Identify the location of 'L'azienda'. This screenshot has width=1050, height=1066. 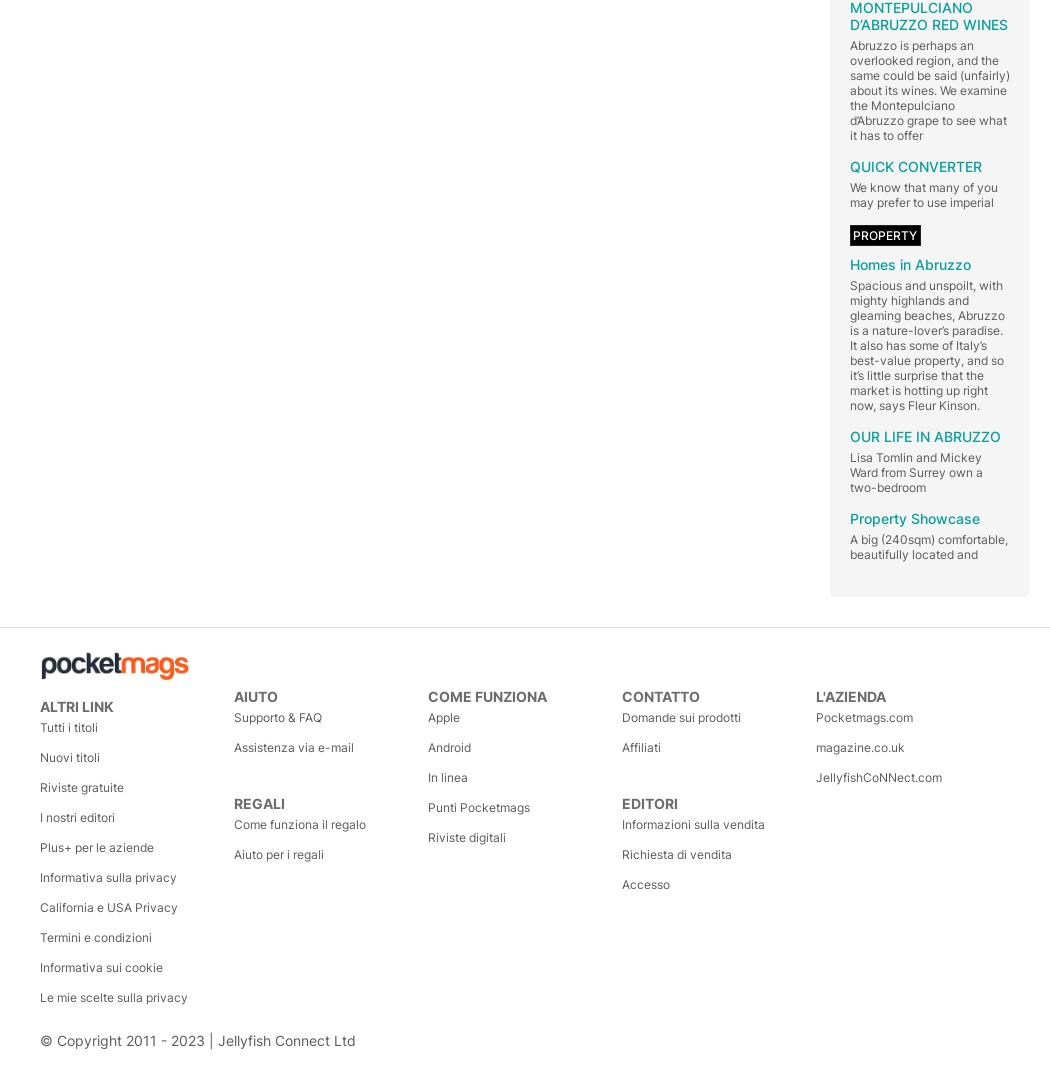
(851, 694).